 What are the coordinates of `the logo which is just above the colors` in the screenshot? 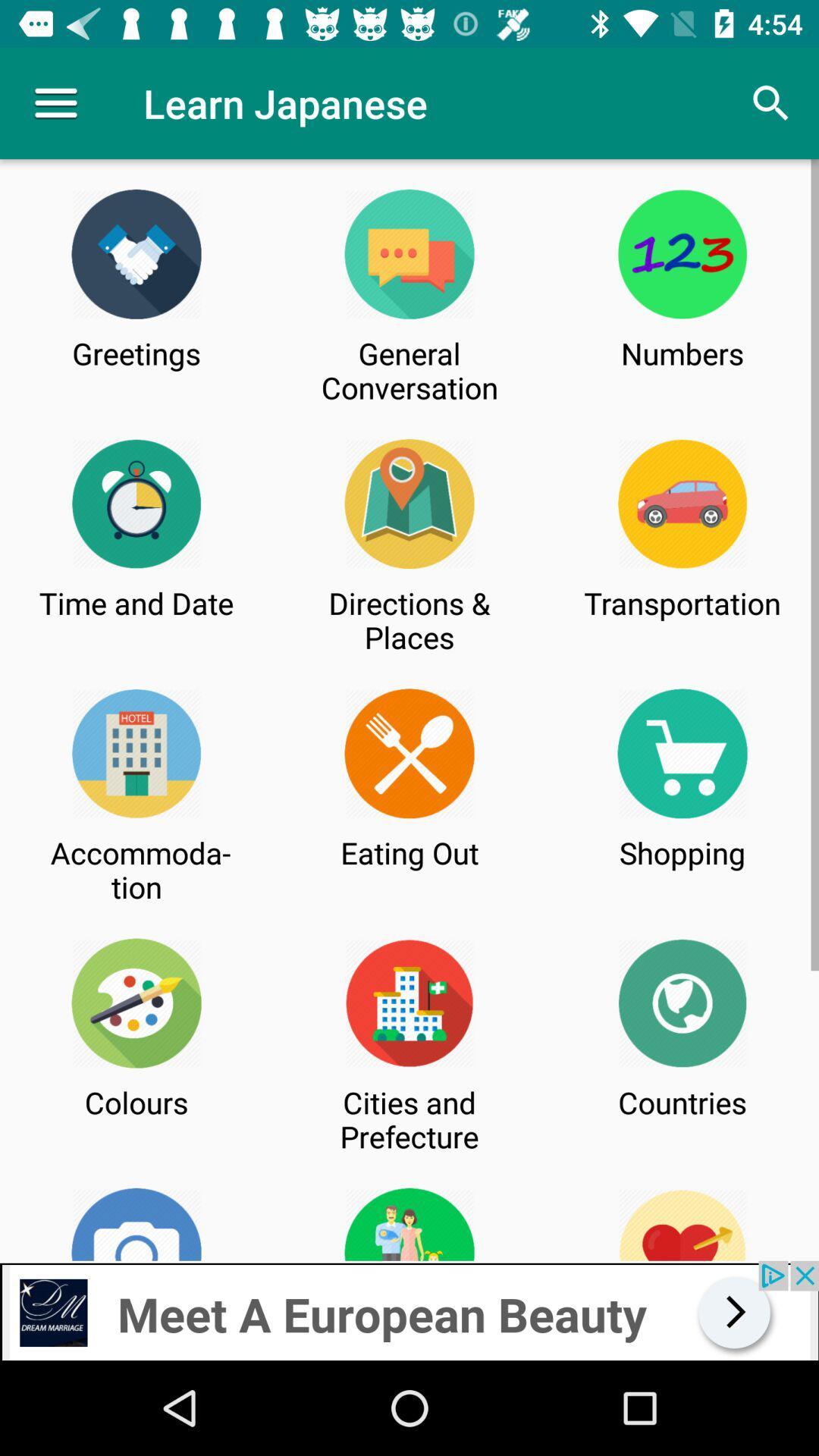 It's located at (136, 1003).